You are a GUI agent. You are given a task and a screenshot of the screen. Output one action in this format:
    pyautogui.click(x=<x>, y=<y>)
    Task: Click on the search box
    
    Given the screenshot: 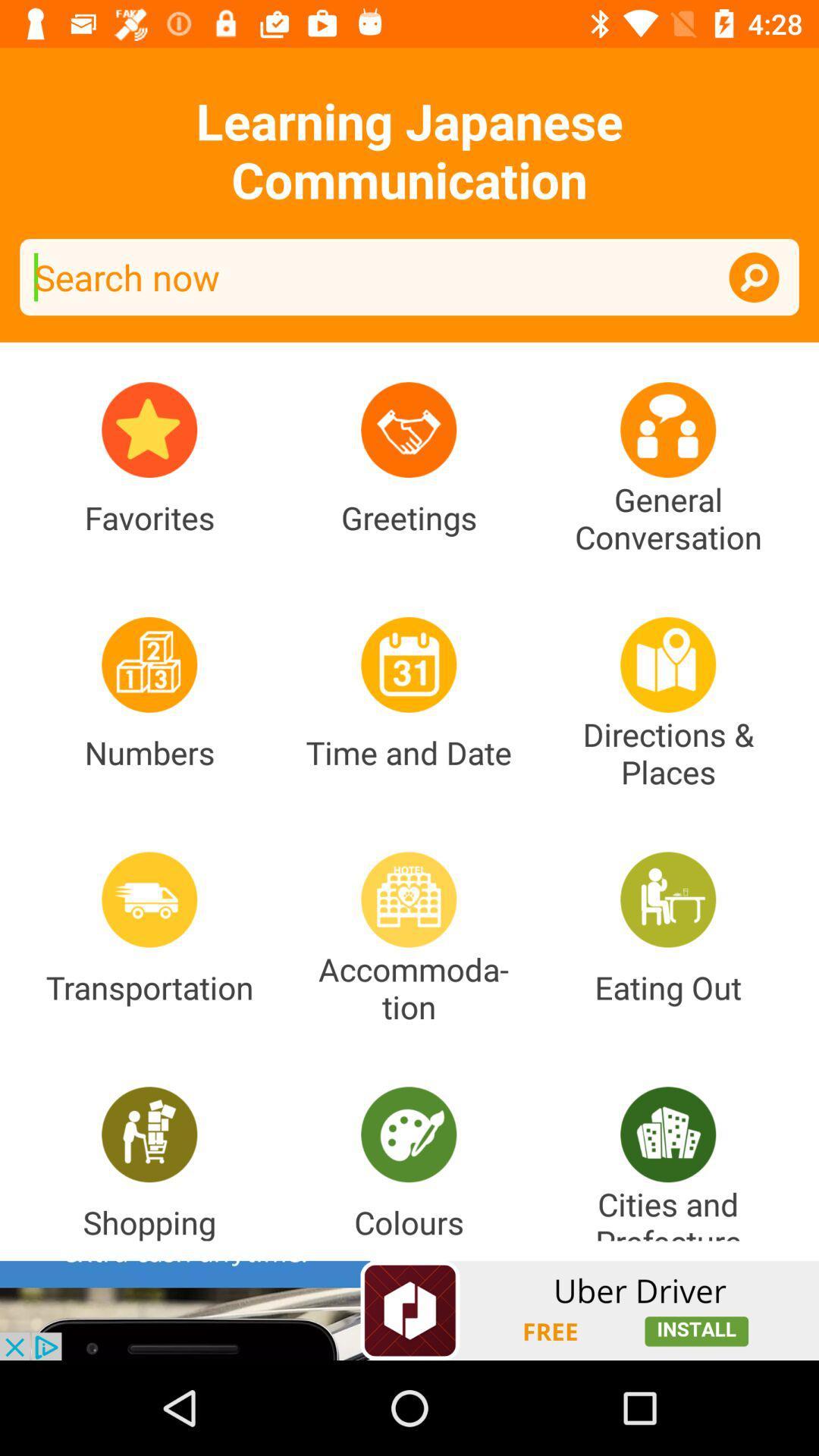 What is the action you would take?
    pyautogui.click(x=409, y=277)
    